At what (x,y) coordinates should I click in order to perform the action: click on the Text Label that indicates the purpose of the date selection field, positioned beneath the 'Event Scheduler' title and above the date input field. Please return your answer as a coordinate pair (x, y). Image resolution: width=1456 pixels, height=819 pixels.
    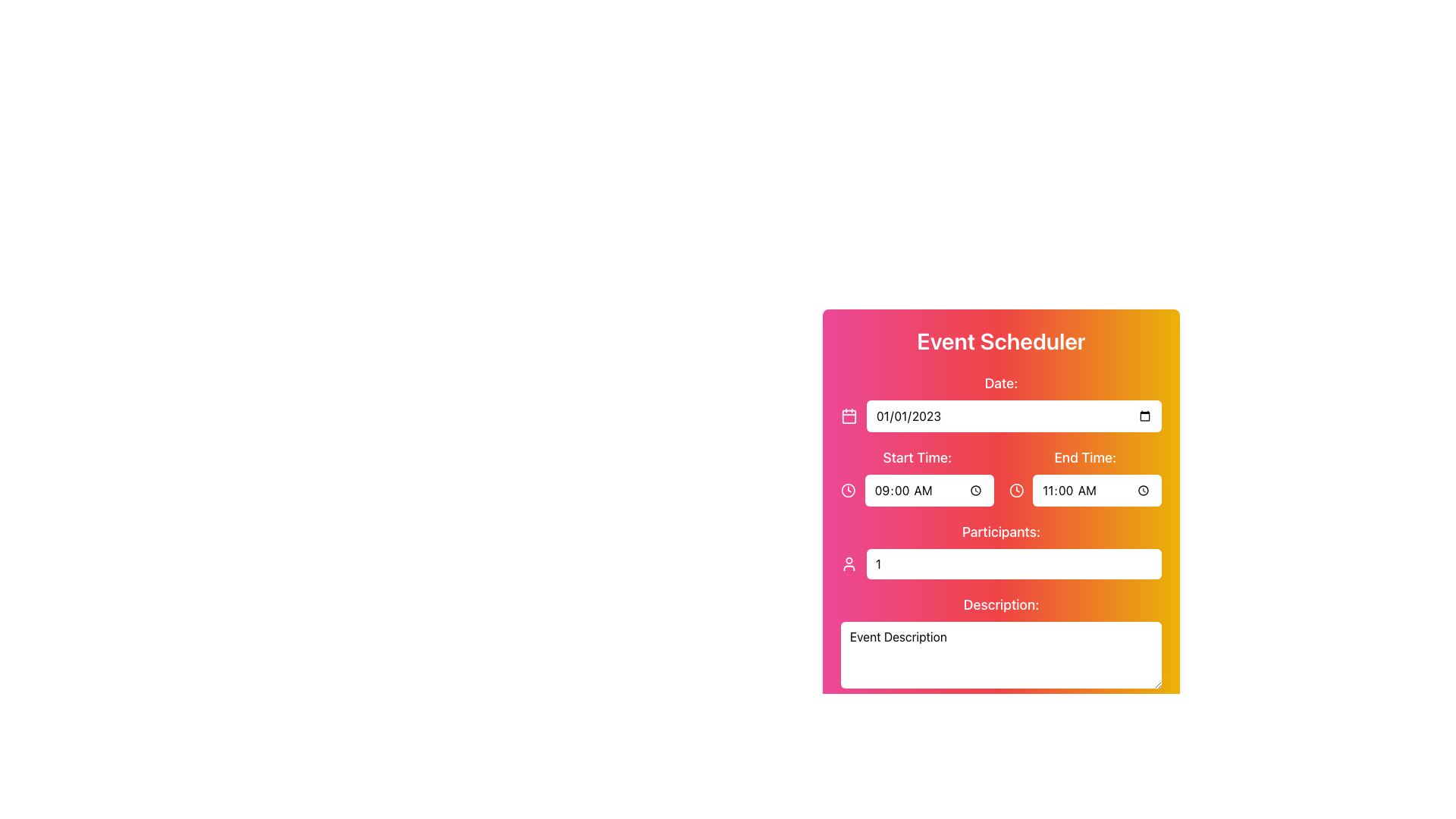
    Looking at the image, I should click on (1001, 382).